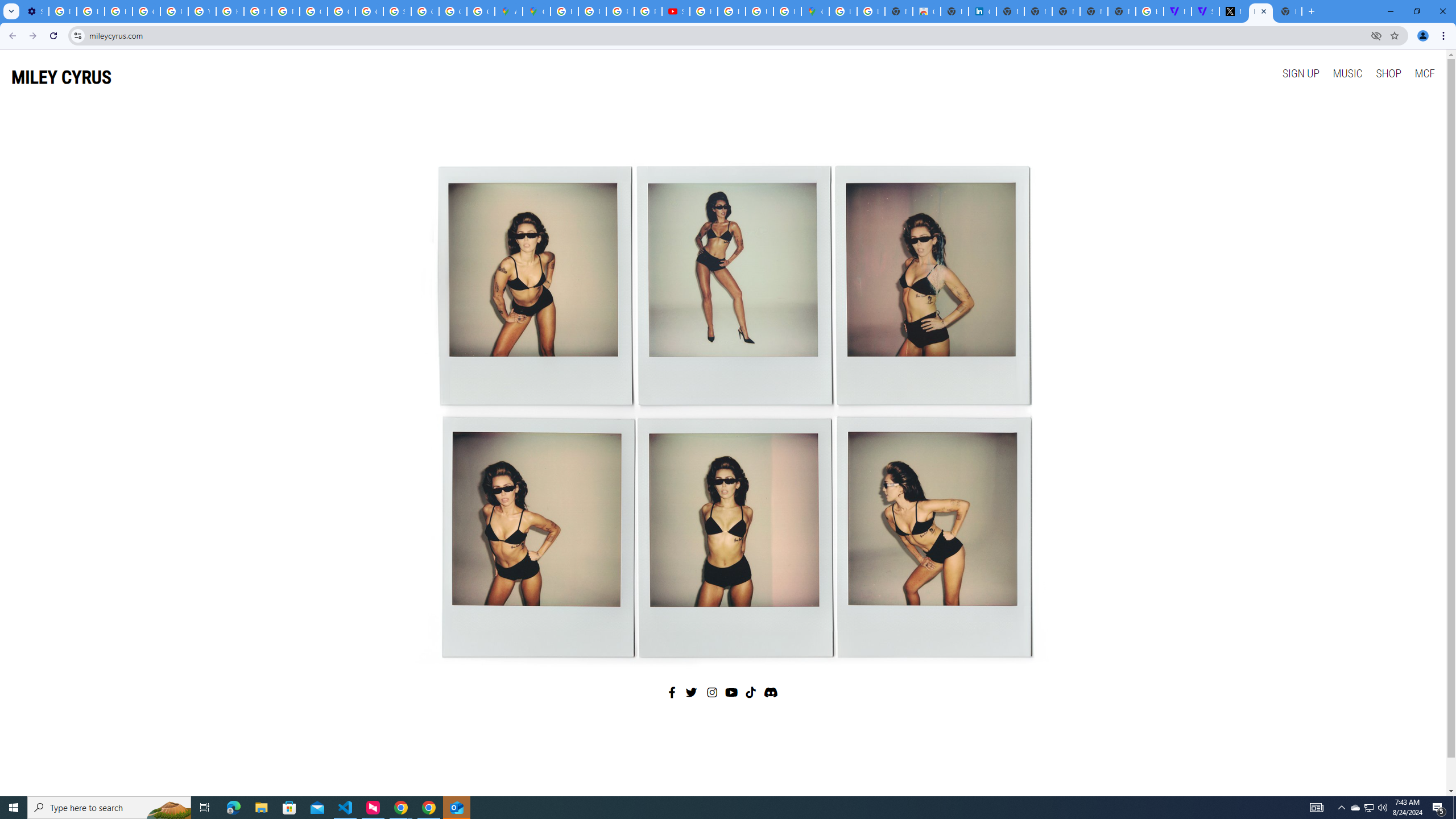 Image resolution: width=1456 pixels, height=819 pixels. Describe the element at coordinates (564, 11) in the screenshot. I see `'Blogger Policies and Guidelines - Transparency Center'` at that location.